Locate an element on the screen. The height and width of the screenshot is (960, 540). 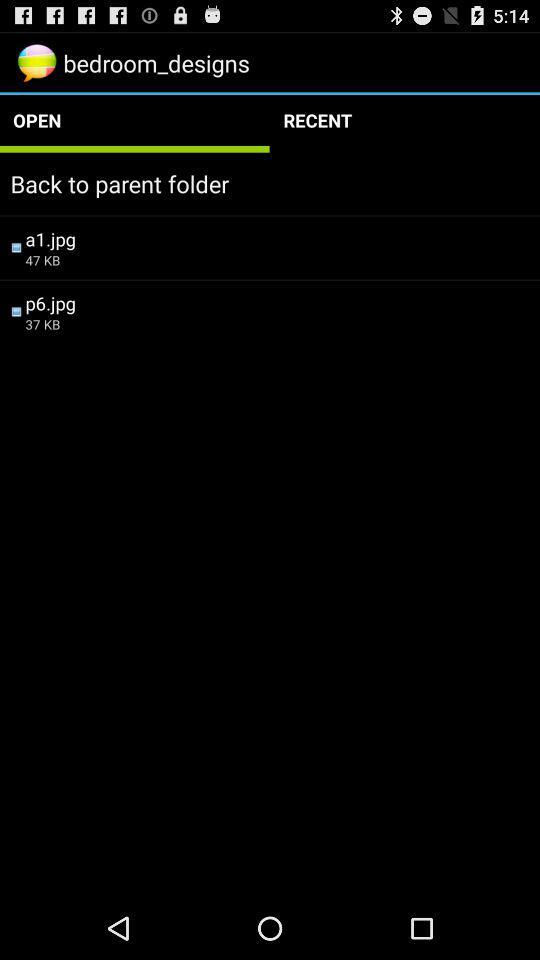
the app above 37 kb is located at coordinates (276, 302).